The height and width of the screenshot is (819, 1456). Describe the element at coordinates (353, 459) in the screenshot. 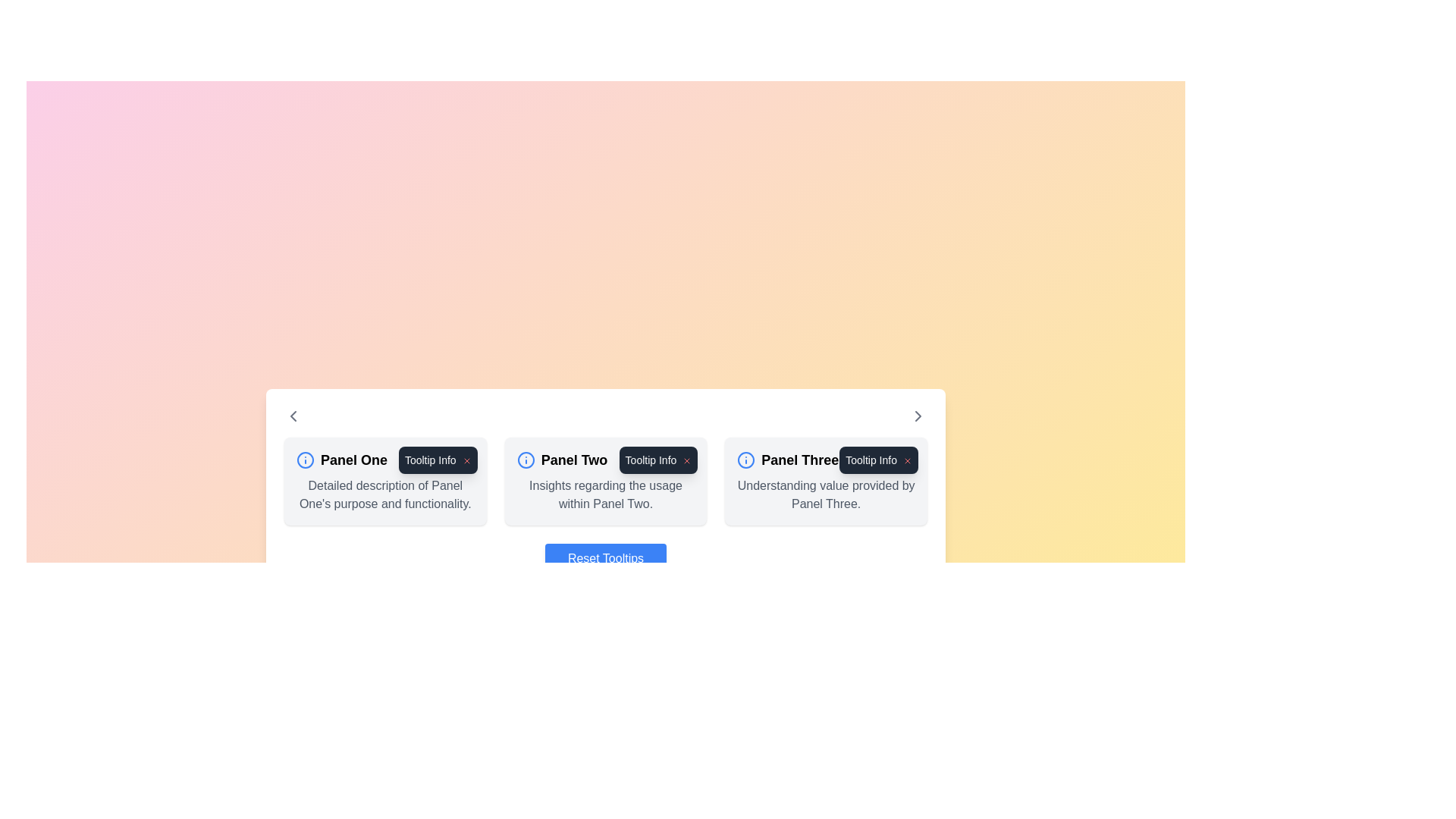

I see `text label displaying 'Panel One', which is a bold font text element located to the right of an information icon in the left portion of a three-section layout` at that location.